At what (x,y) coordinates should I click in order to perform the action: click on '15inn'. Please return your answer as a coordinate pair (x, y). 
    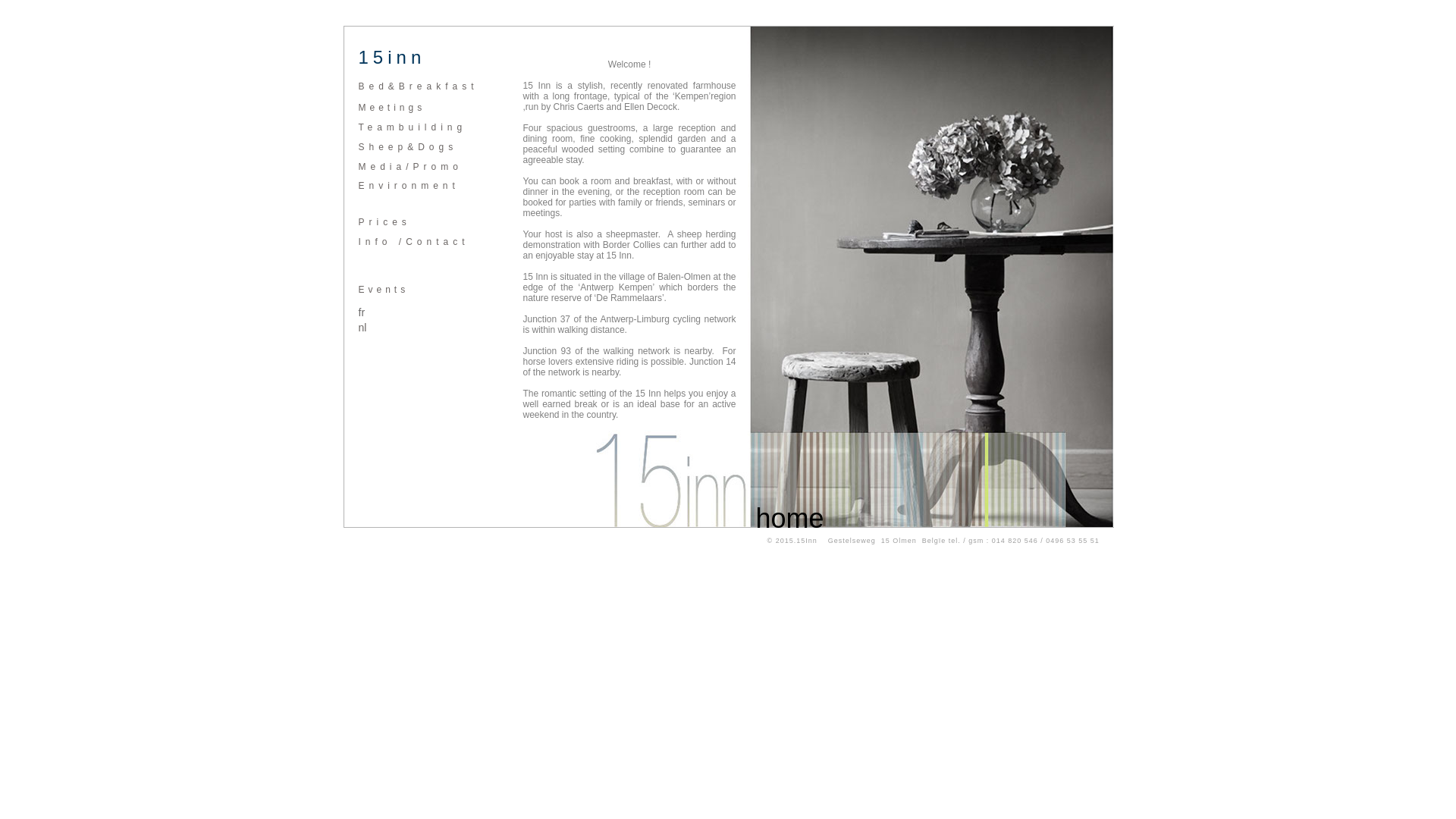
    Looking at the image, I should click on (356, 58).